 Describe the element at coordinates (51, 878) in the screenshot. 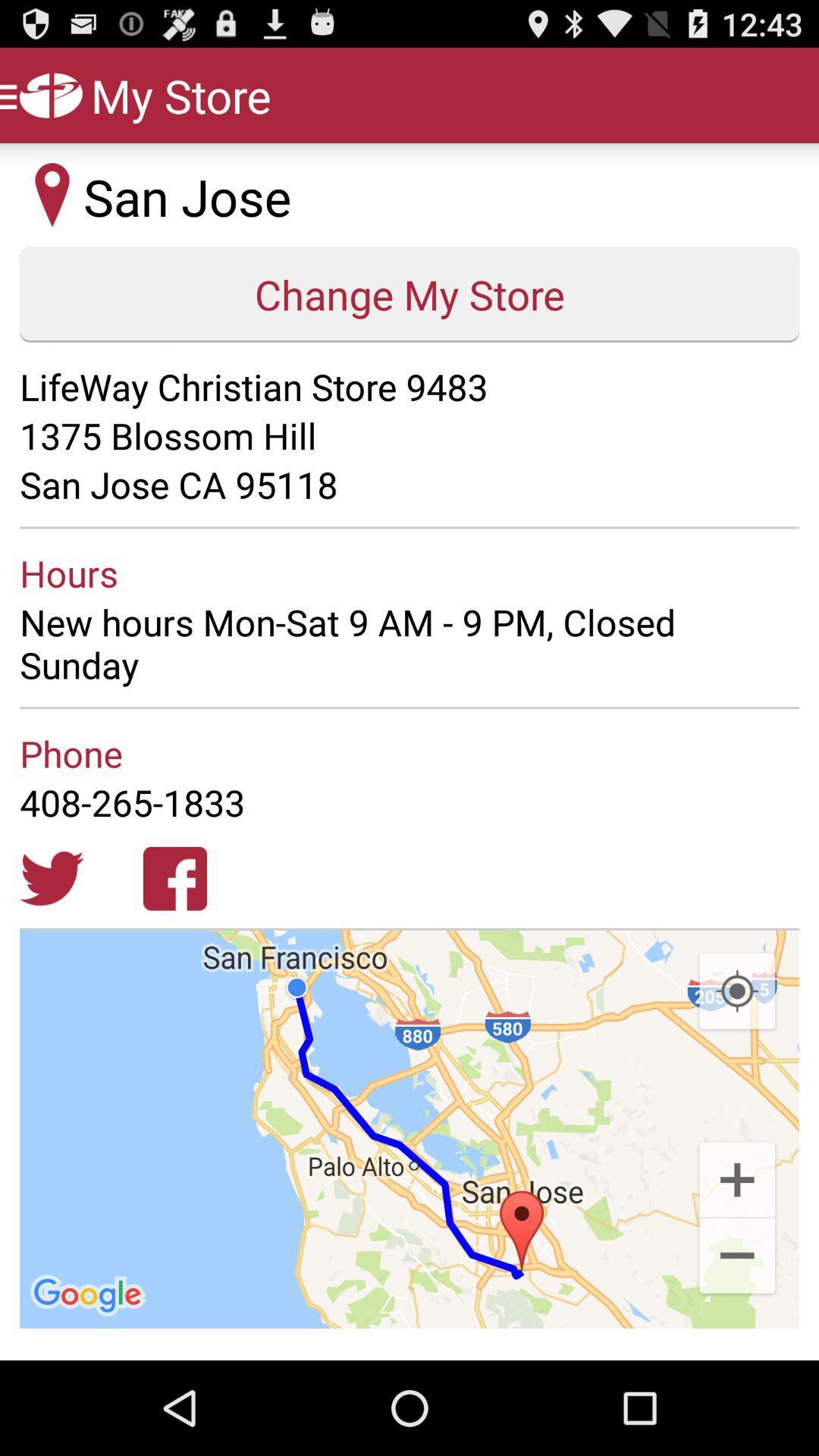

I see `click for twitter` at that location.